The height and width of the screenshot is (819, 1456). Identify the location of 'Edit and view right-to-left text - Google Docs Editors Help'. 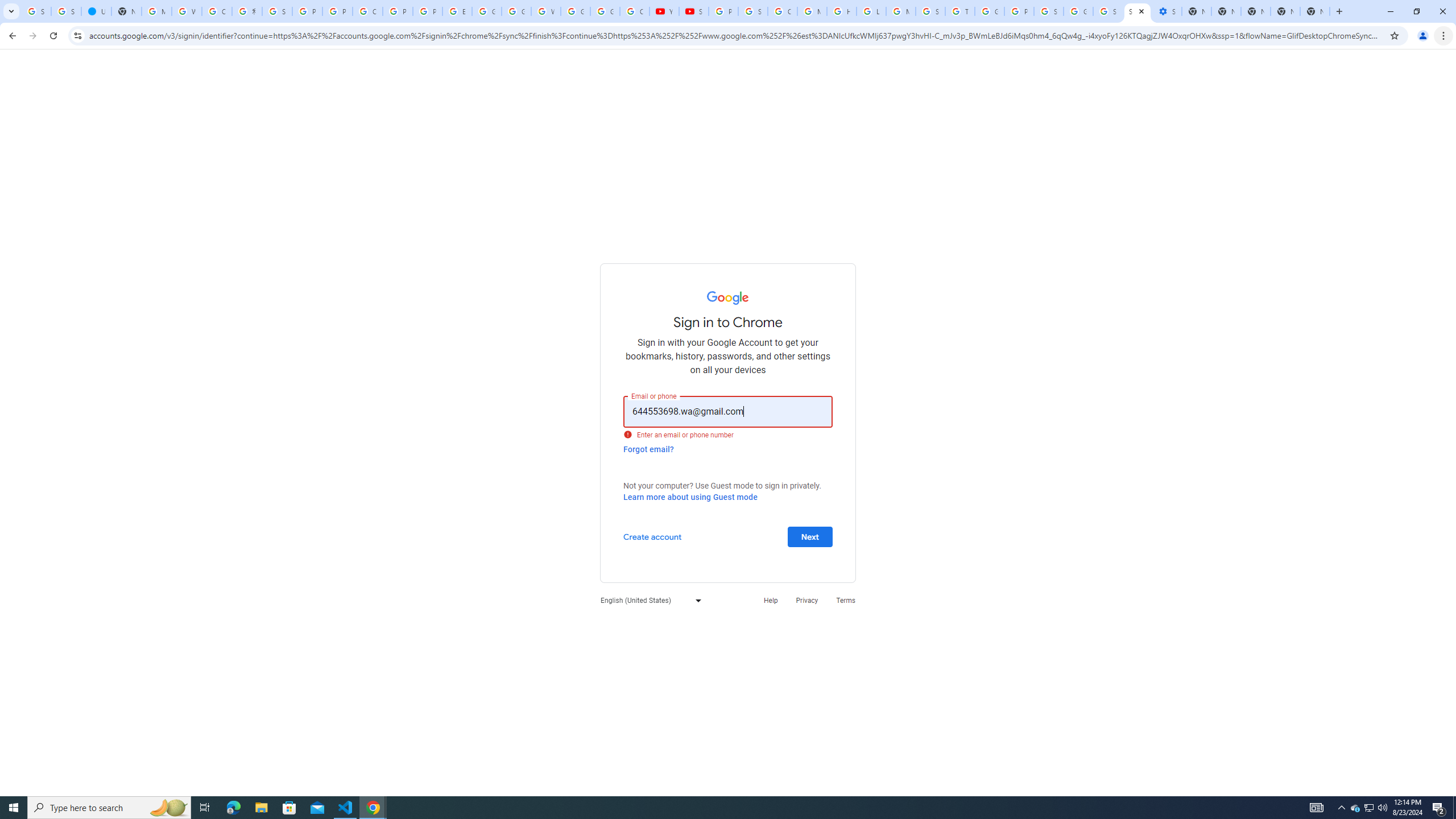
(457, 11).